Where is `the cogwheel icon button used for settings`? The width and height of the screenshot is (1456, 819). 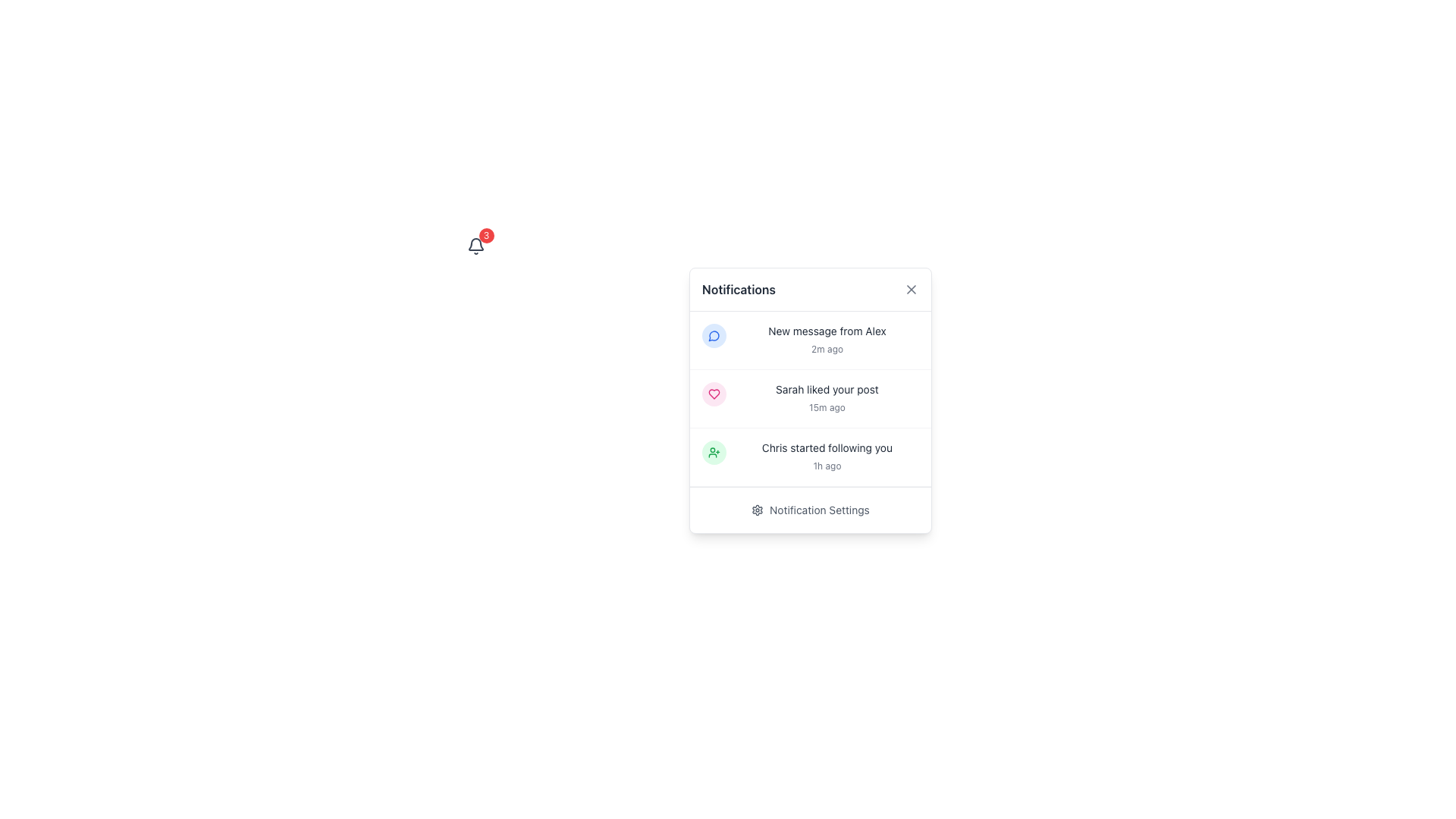 the cogwheel icon button used for settings is located at coordinates (758, 510).